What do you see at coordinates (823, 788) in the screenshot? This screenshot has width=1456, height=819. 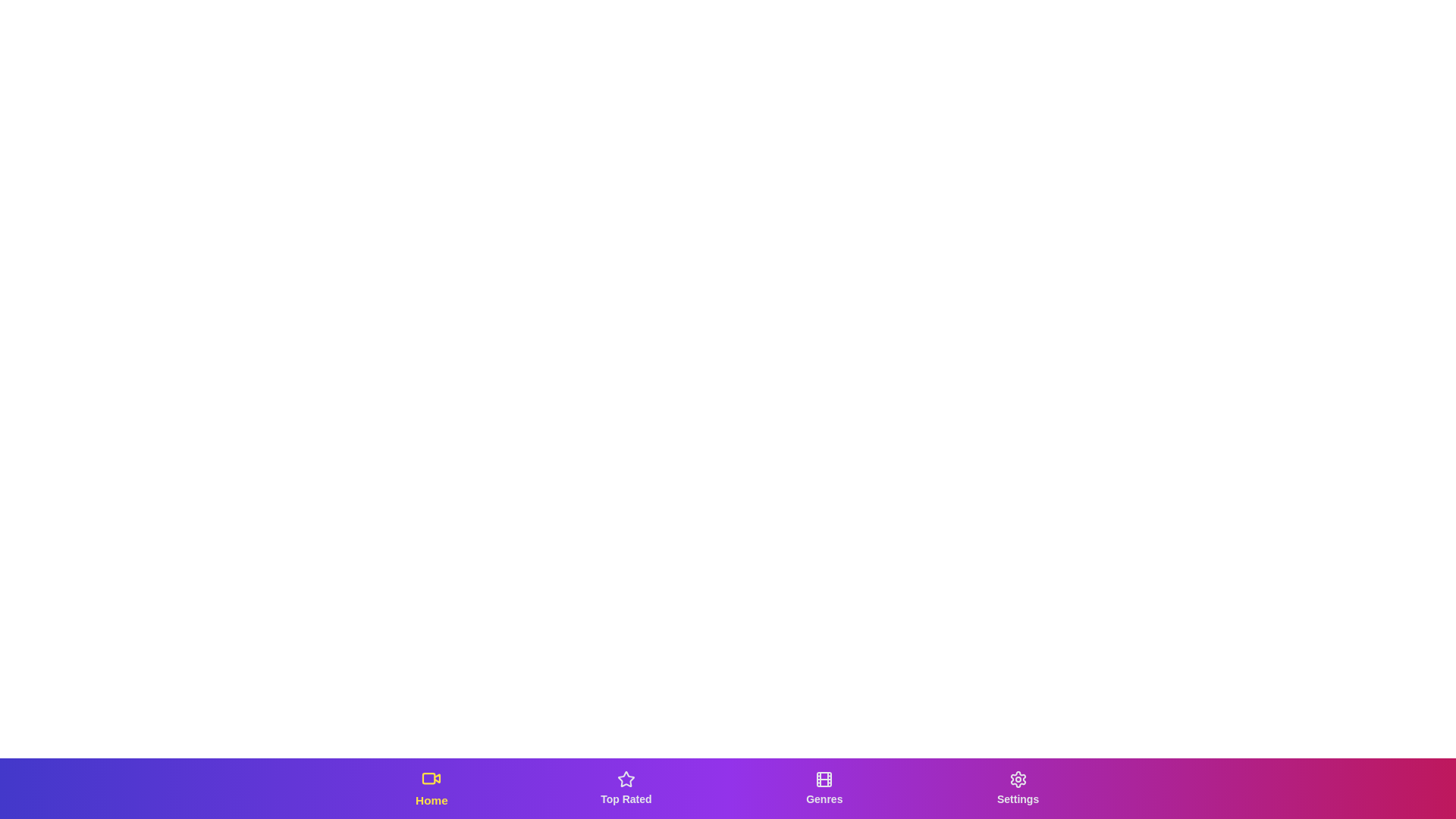 I see `the Genres tab to preview its effect` at bounding box center [823, 788].